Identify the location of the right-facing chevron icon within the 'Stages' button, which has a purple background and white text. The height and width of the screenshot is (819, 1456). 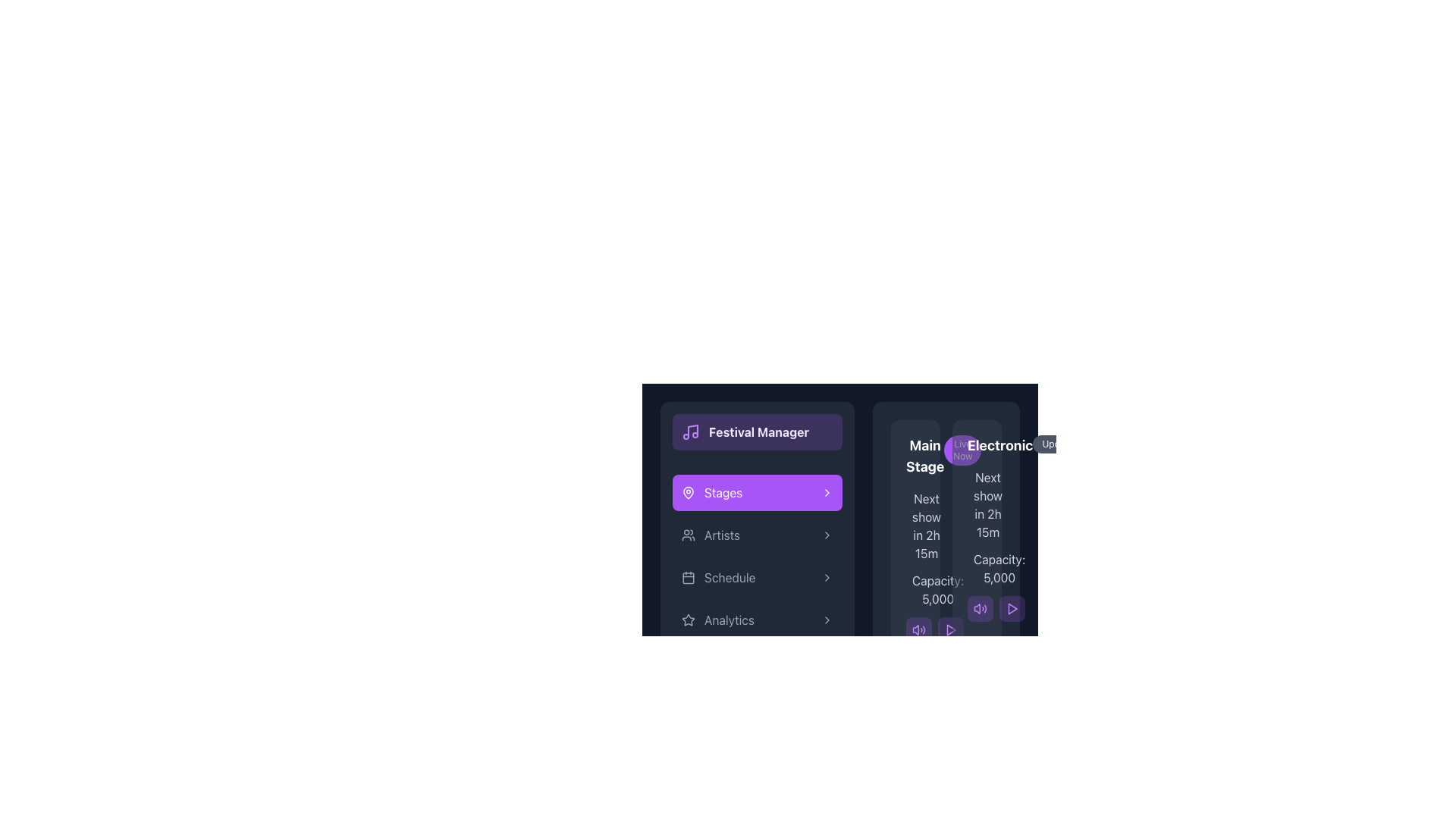
(826, 493).